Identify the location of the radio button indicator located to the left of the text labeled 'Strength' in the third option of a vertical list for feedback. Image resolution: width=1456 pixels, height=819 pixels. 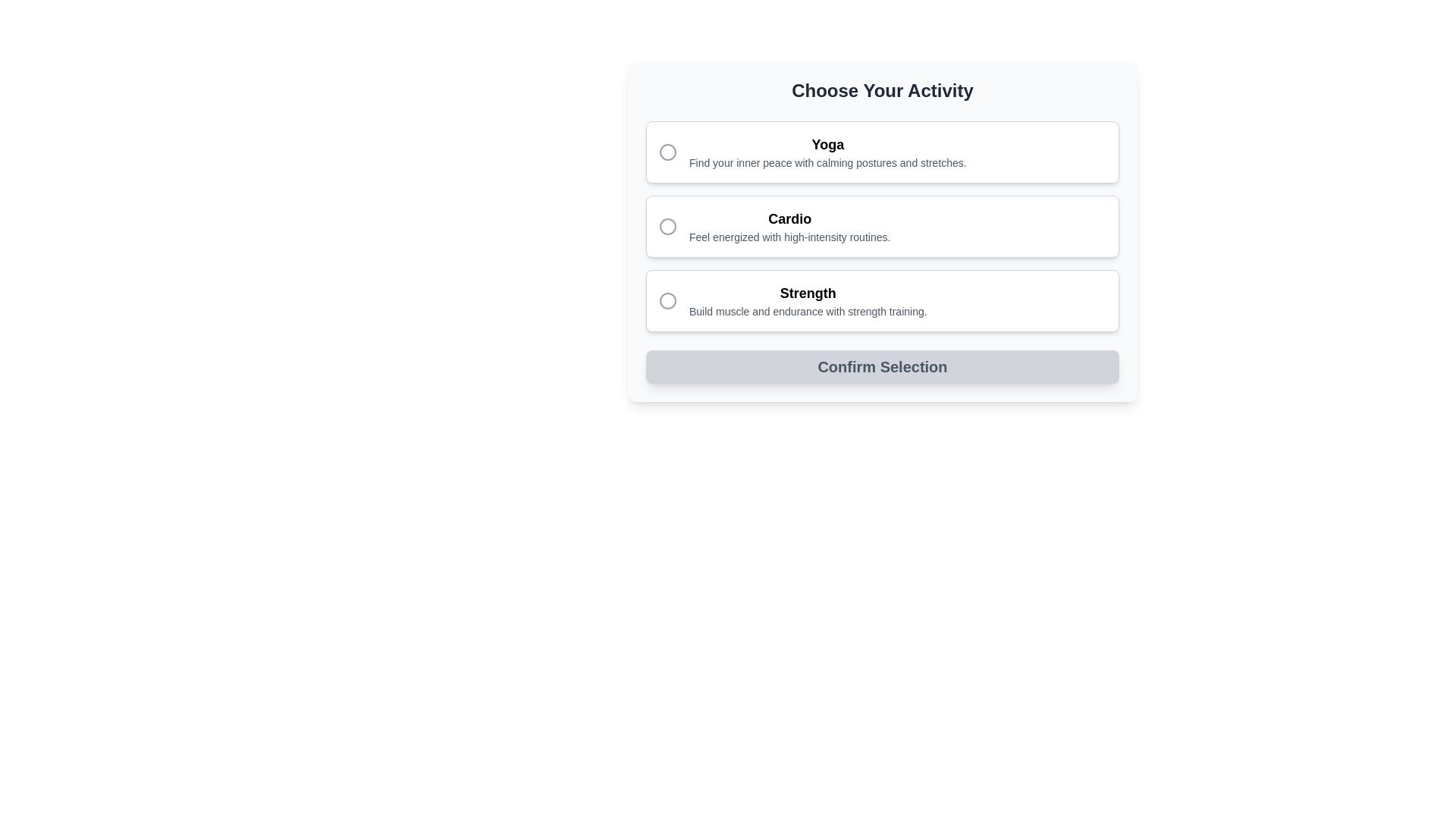
(667, 301).